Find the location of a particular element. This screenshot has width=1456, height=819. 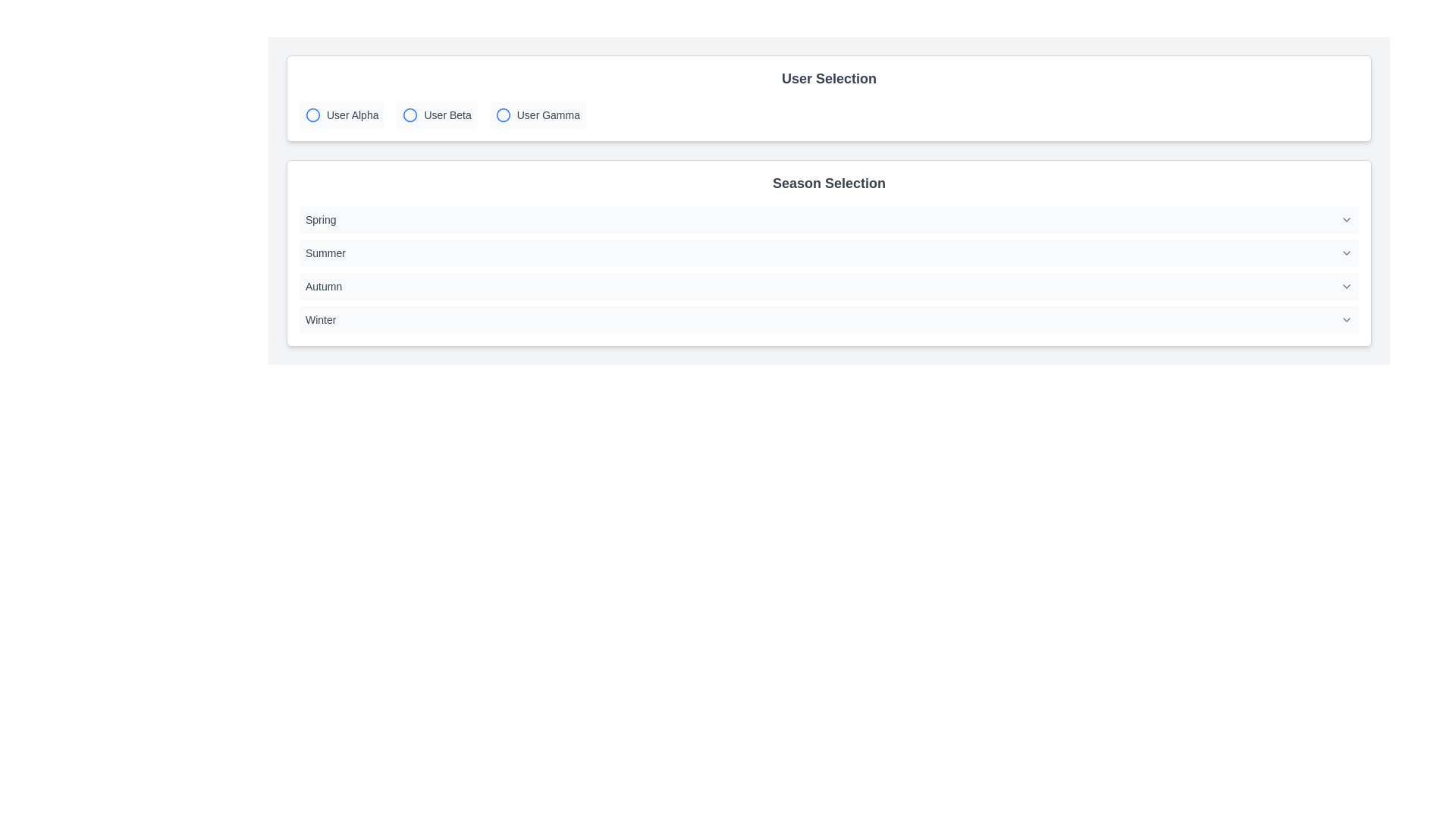

the leftmost circular icon with a blue outline in the 'User Selection' panel, representing the 'User Gamma' option is located at coordinates (503, 114).